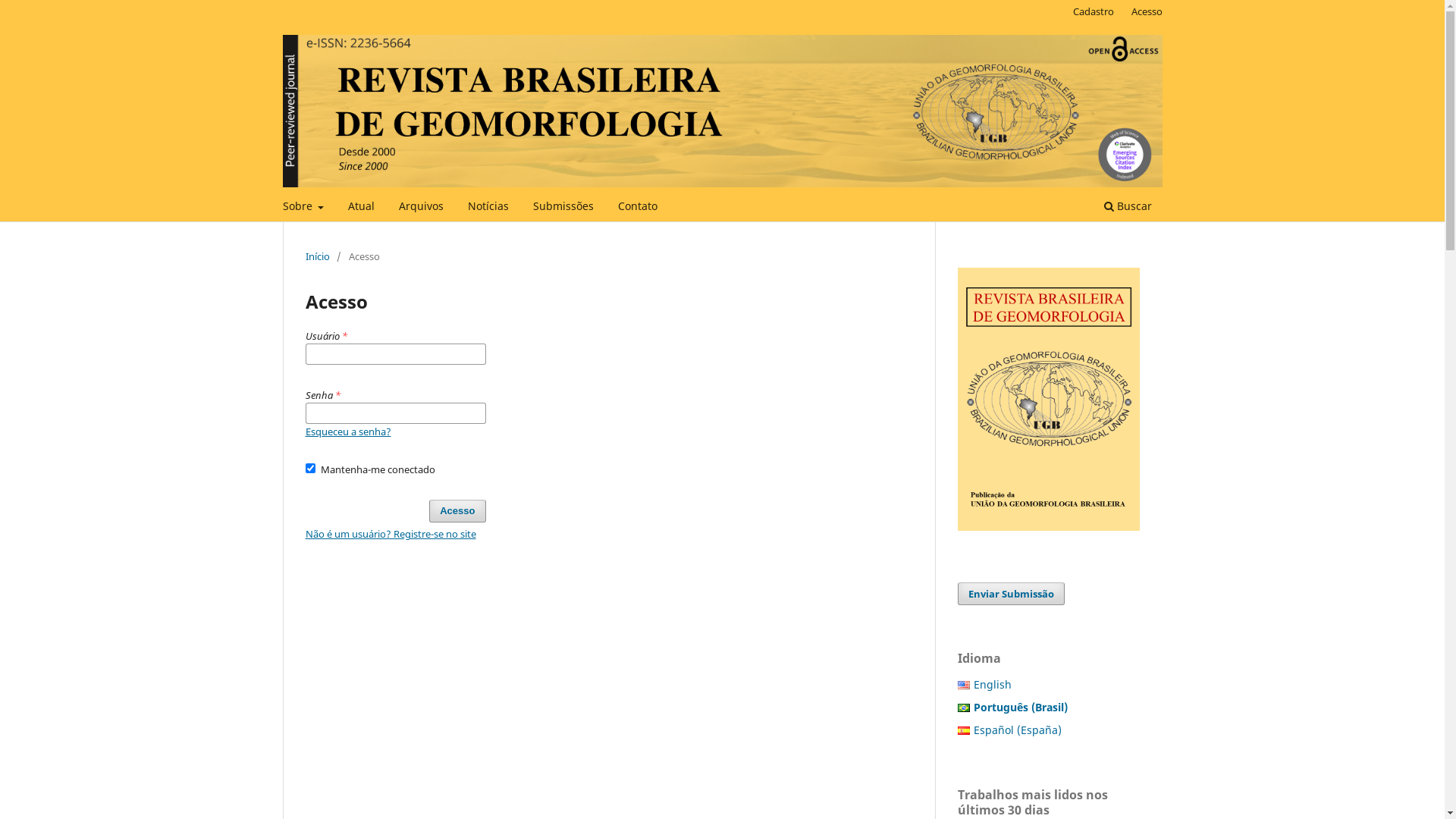  I want to click on 'Arquivos', so click(421, 208).